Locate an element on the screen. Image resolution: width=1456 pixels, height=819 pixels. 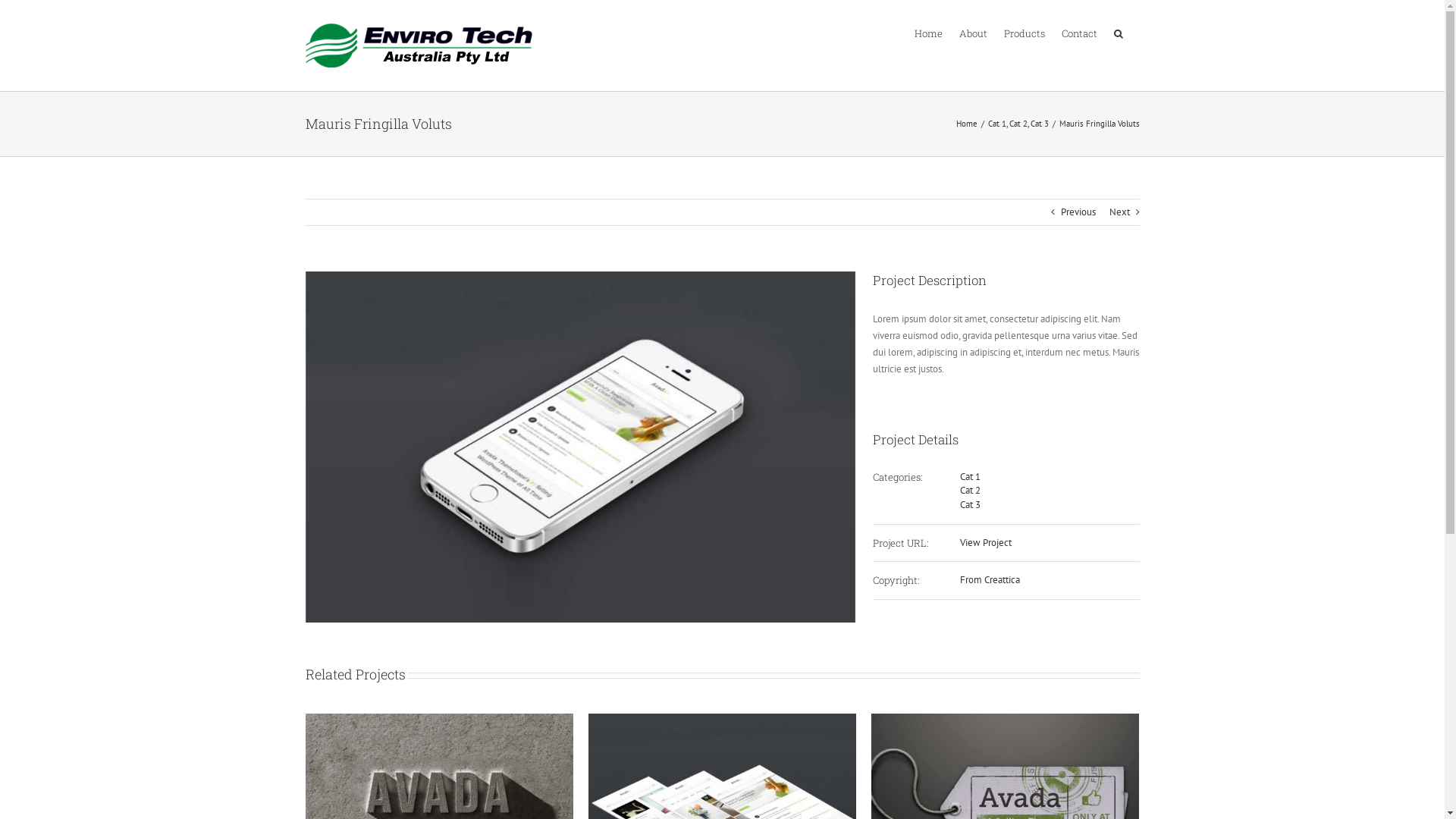
'Products' is located at coordinates (1024, 32).